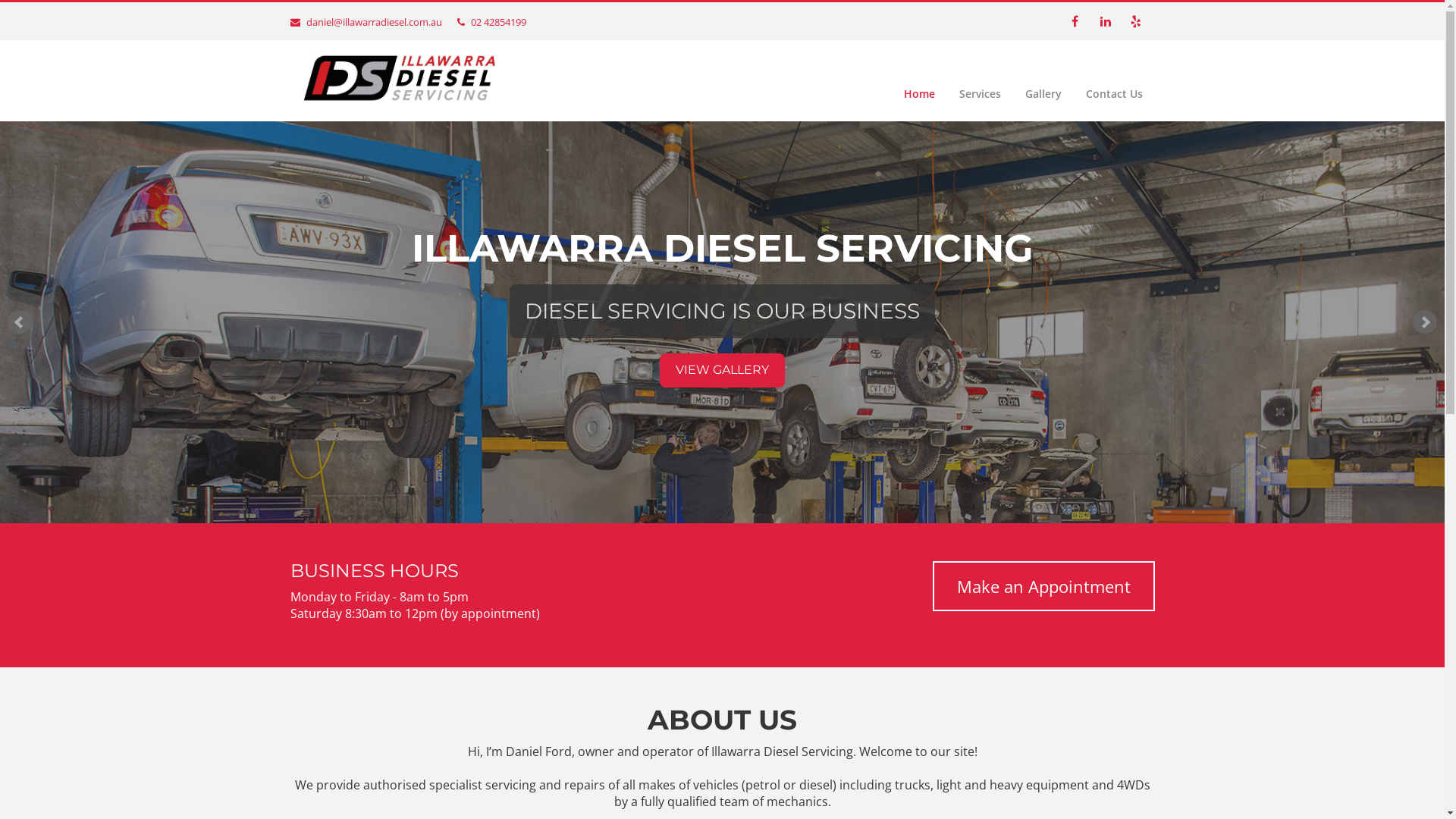 The height and width of the screenshot is (819, 1456). I want to click on 'Gallery', so click(1012, 93).